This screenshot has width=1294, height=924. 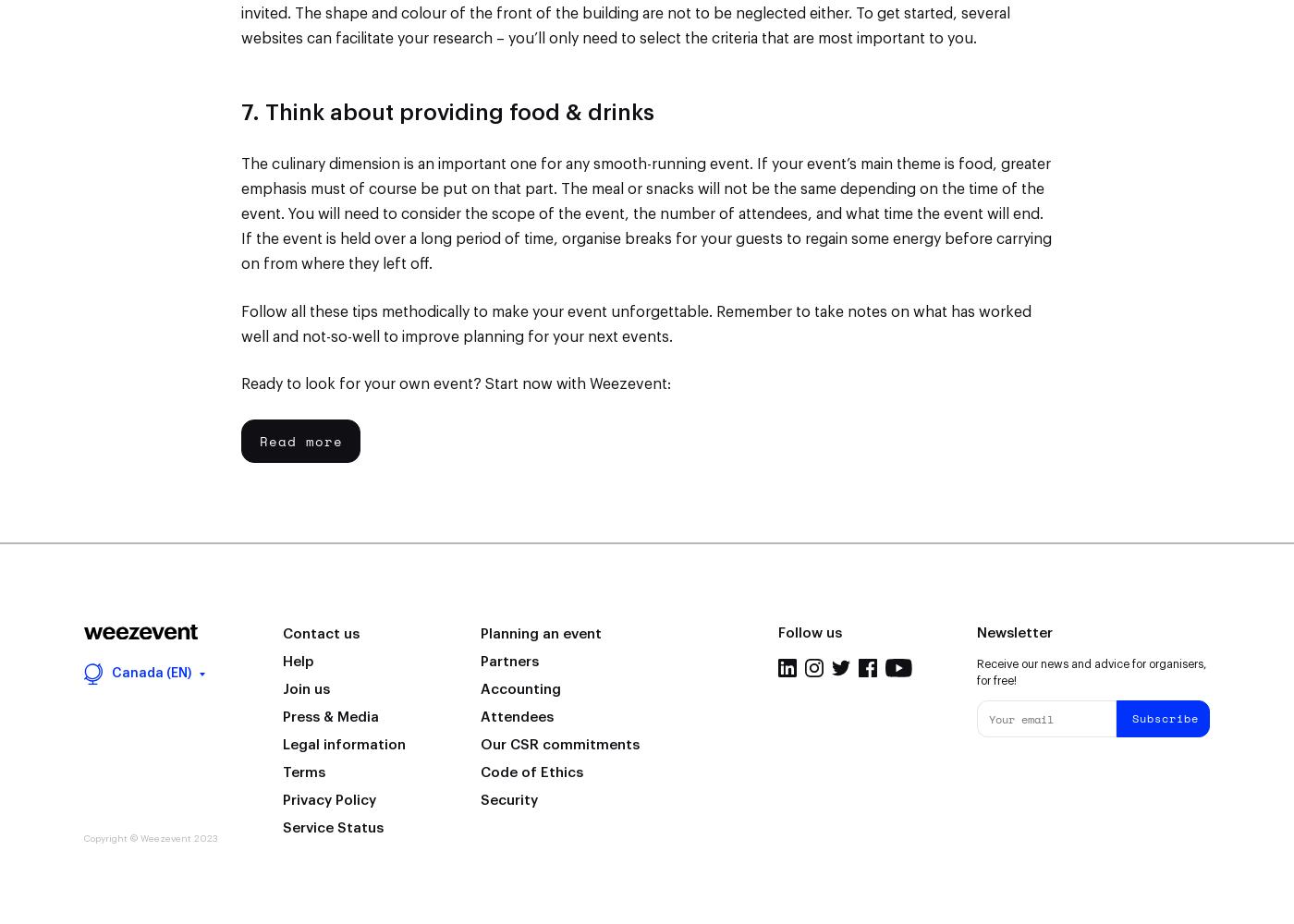 What do you see at coordinates (509, 798) in the screenshot?
I see `'Security'` at bounding box center [509, 798].